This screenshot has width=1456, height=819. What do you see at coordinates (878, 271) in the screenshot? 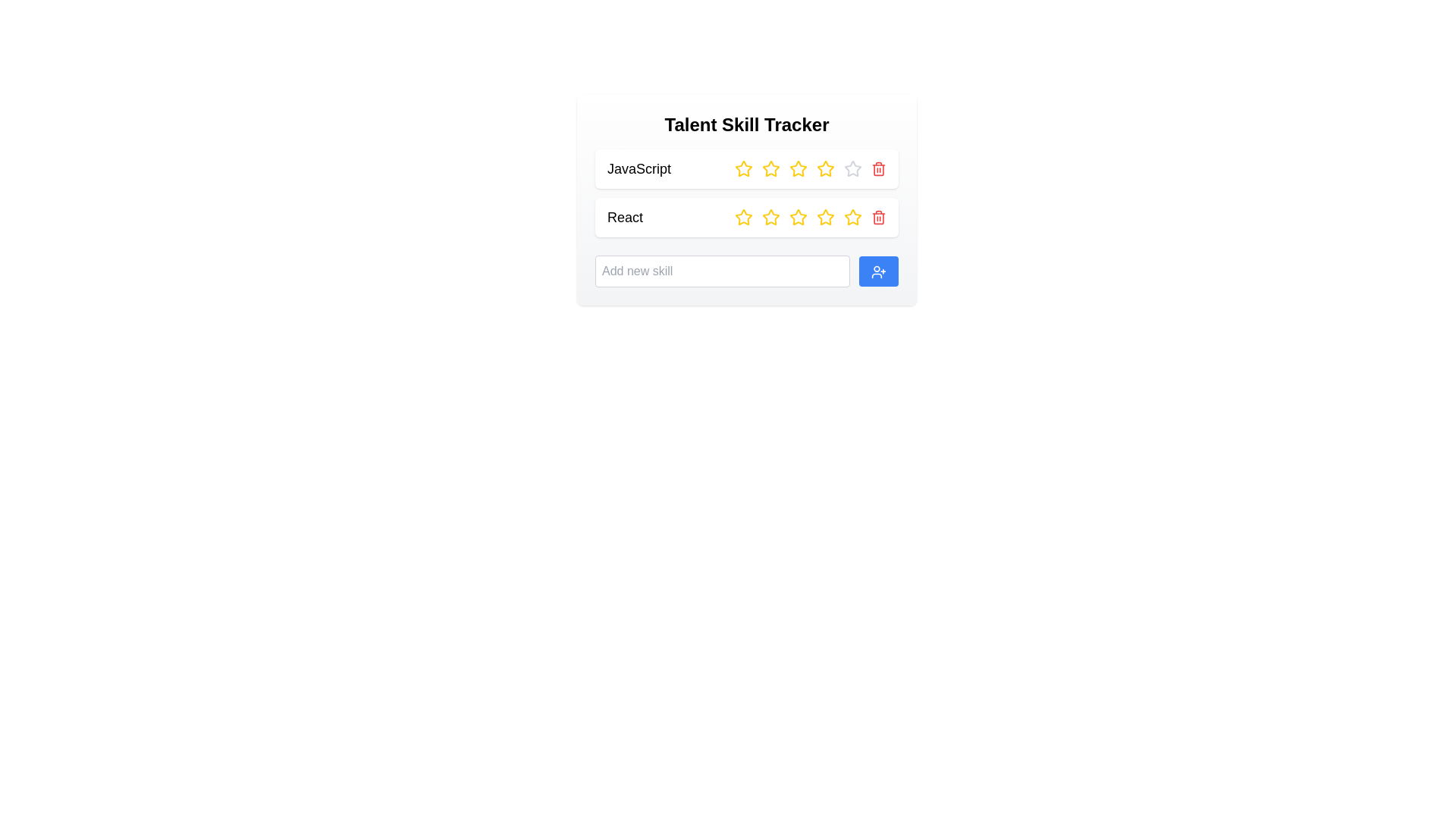
I see `the blue button with rounded corners and a person icon` at bounding box center [878, 271].